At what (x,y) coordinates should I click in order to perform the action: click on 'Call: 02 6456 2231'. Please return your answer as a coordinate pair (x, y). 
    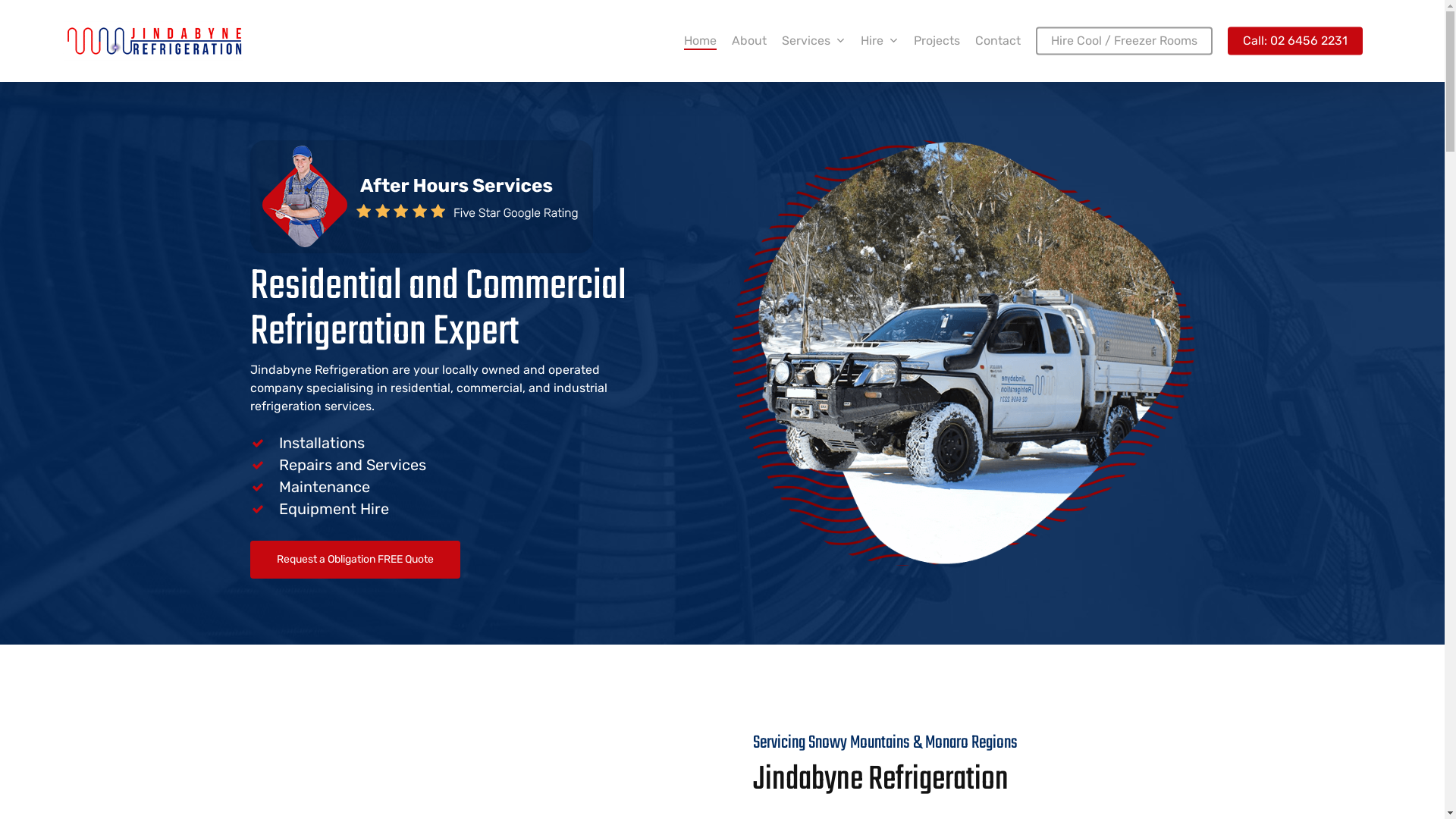
    Looking at the image, I should click on (1294, 40).